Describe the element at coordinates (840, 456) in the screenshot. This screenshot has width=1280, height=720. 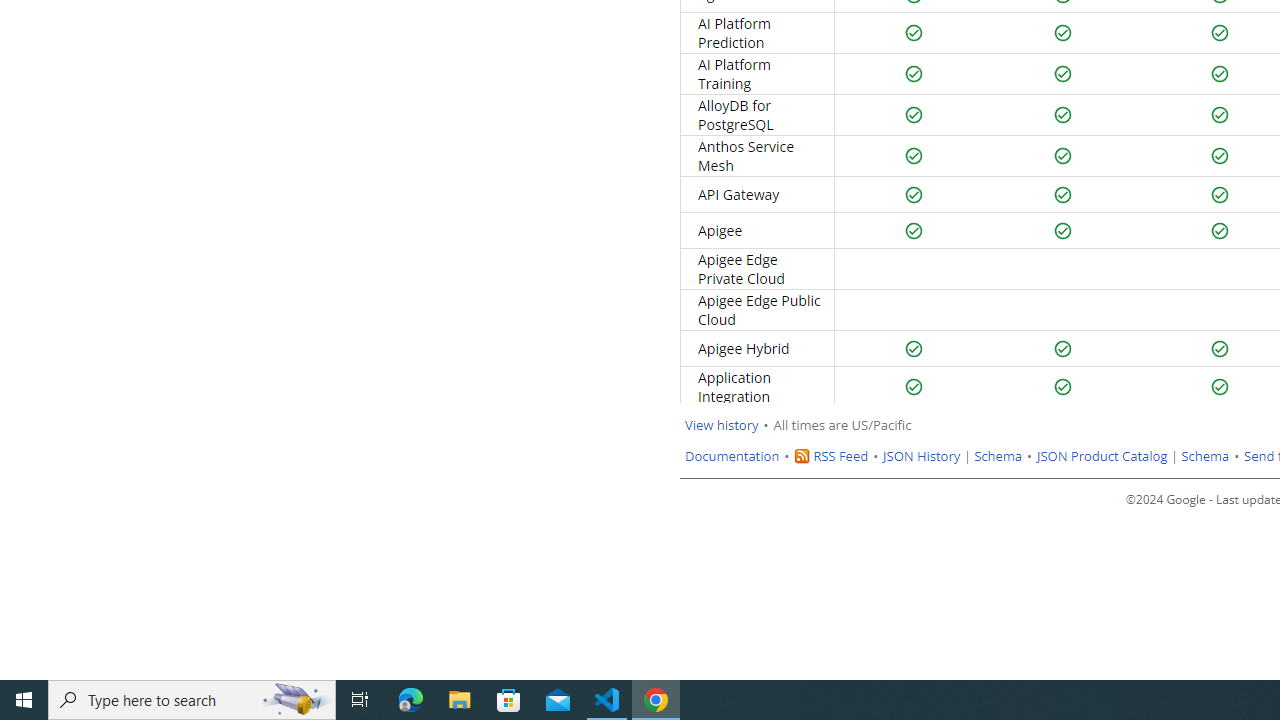
I see `'RSS Feed'` at that location.